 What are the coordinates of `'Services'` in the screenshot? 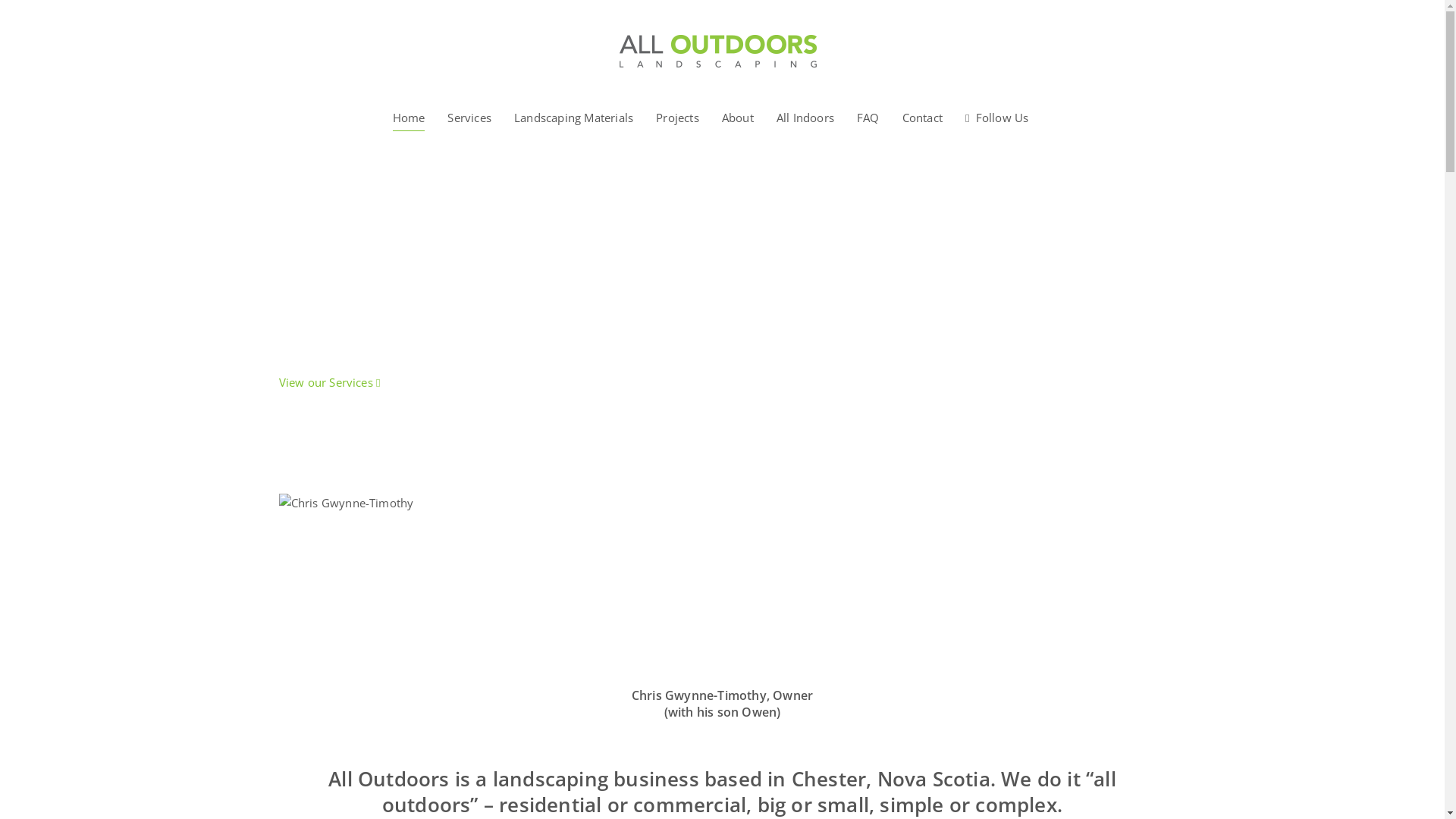 It's located at (469, 116).